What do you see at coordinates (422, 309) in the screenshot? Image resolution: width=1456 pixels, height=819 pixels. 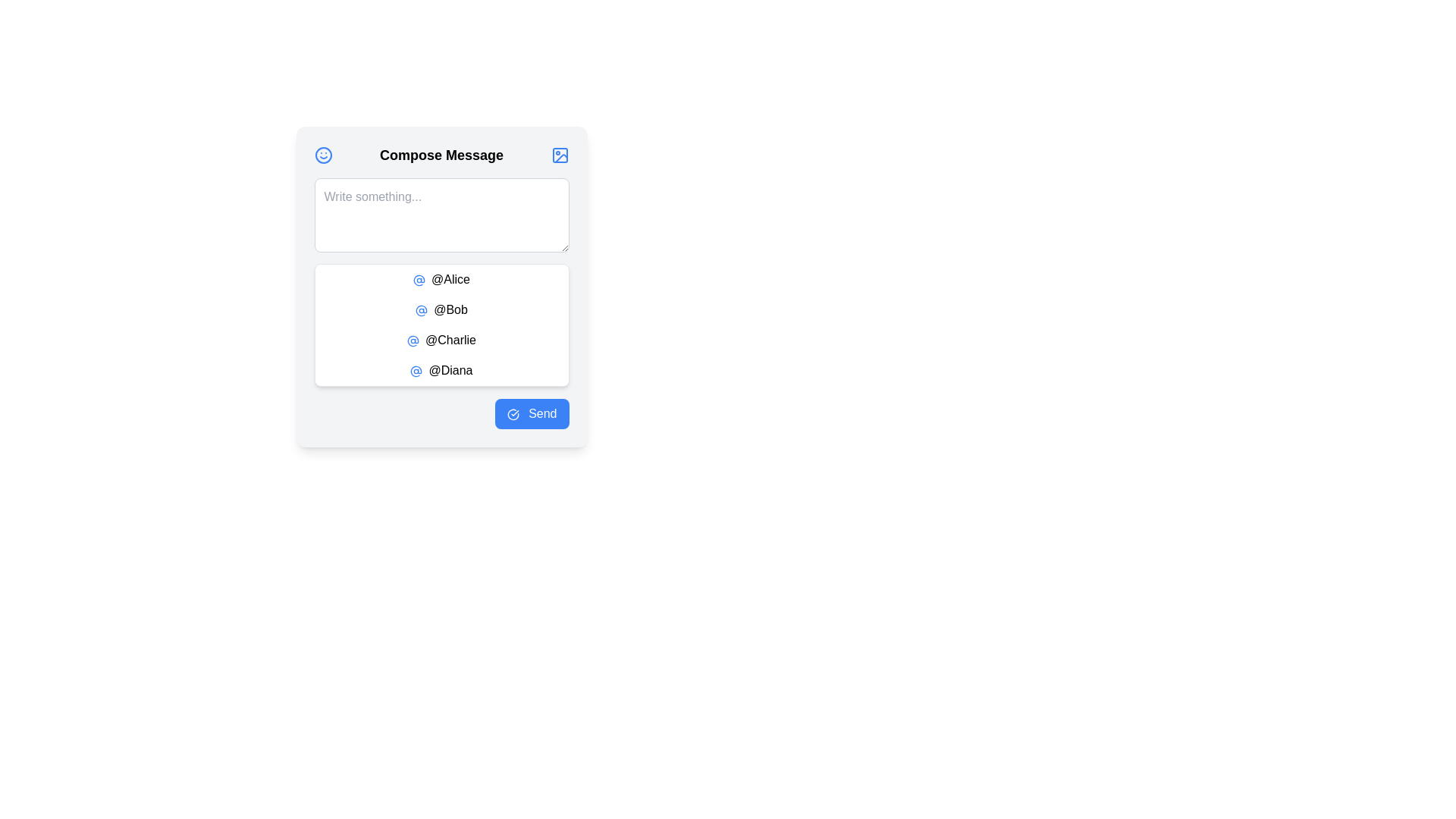 I see `the circular blue '@' icon located to the left of the text '@Bob' in the second suggestion item of the dropdown list` at bounding box center [422, 309].